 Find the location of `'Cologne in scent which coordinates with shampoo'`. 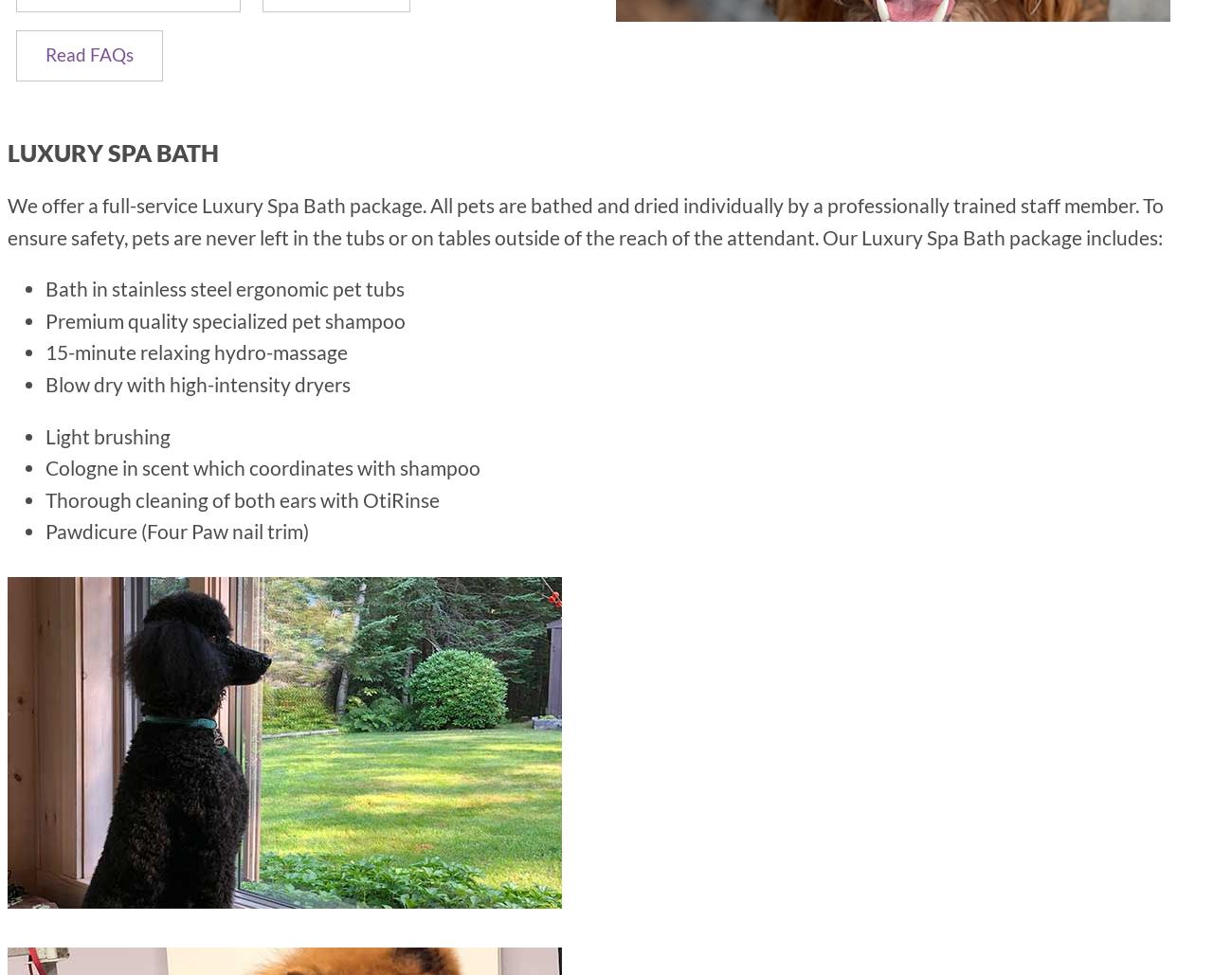

'Cologne in scent which coordinates with shampoo' is located at coordinates (263, 467).